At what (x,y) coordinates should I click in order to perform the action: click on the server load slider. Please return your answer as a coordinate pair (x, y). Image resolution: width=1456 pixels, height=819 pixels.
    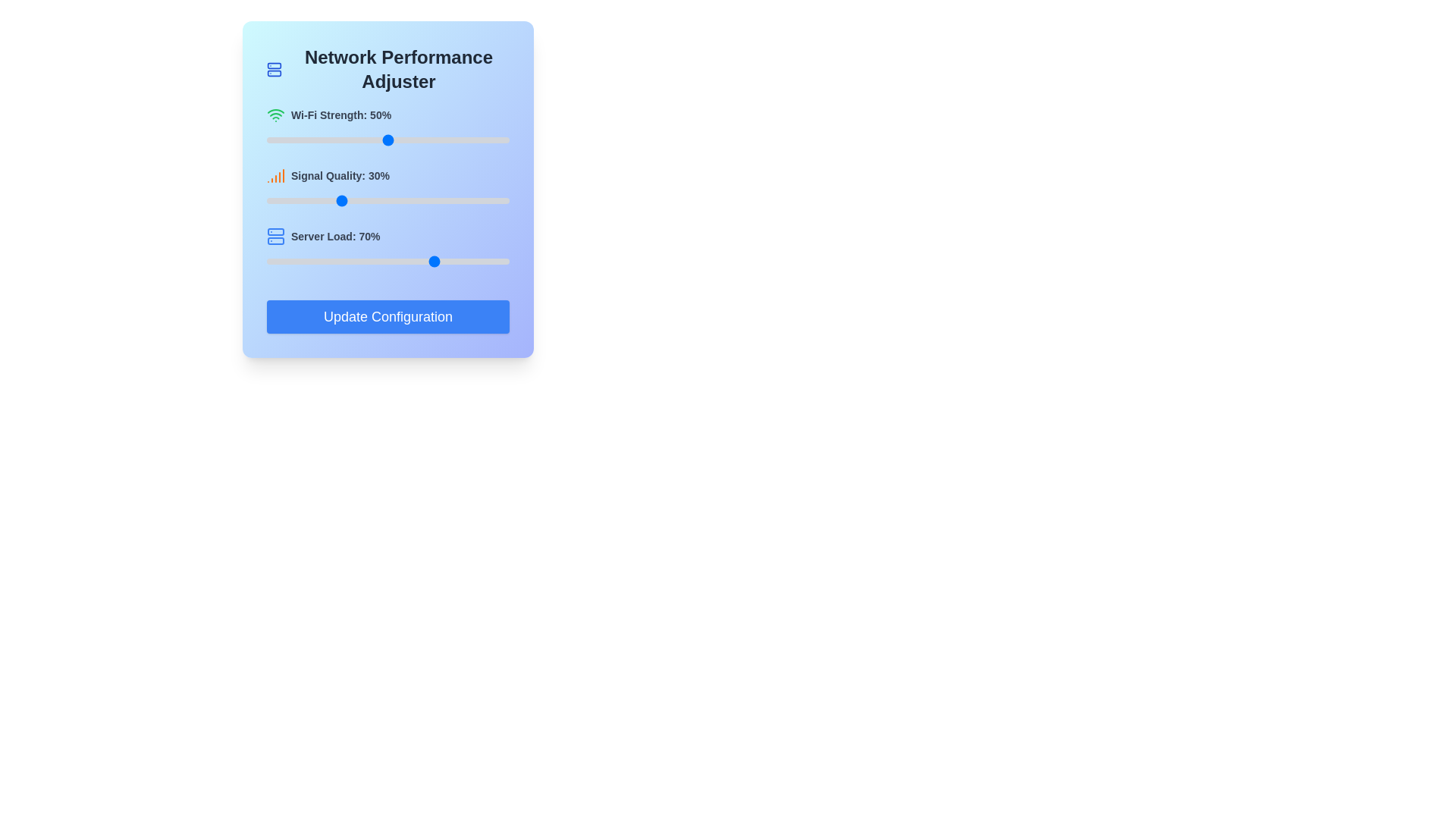
    Looking at the image, I should click on (286, 260).